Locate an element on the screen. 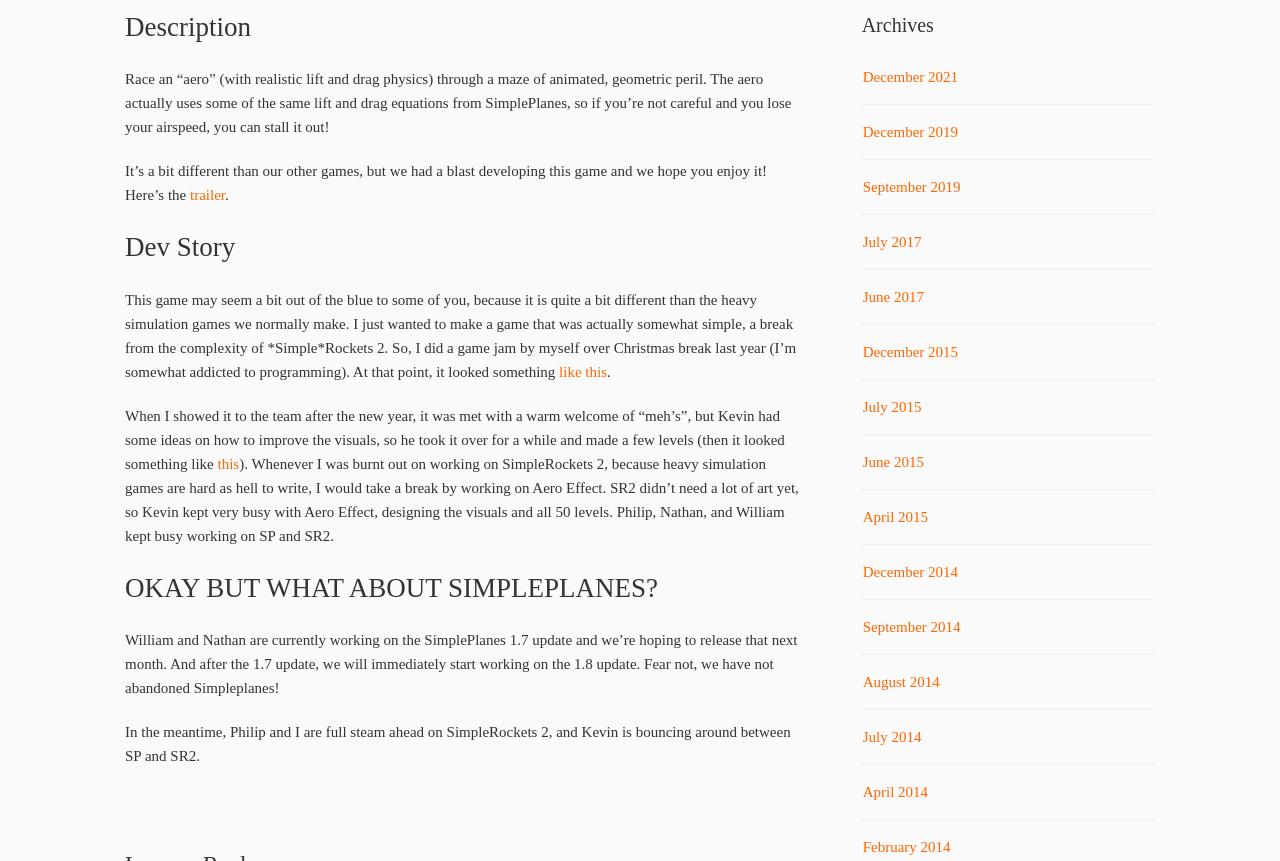  'August 2014' is located at coordinates (861, 680).